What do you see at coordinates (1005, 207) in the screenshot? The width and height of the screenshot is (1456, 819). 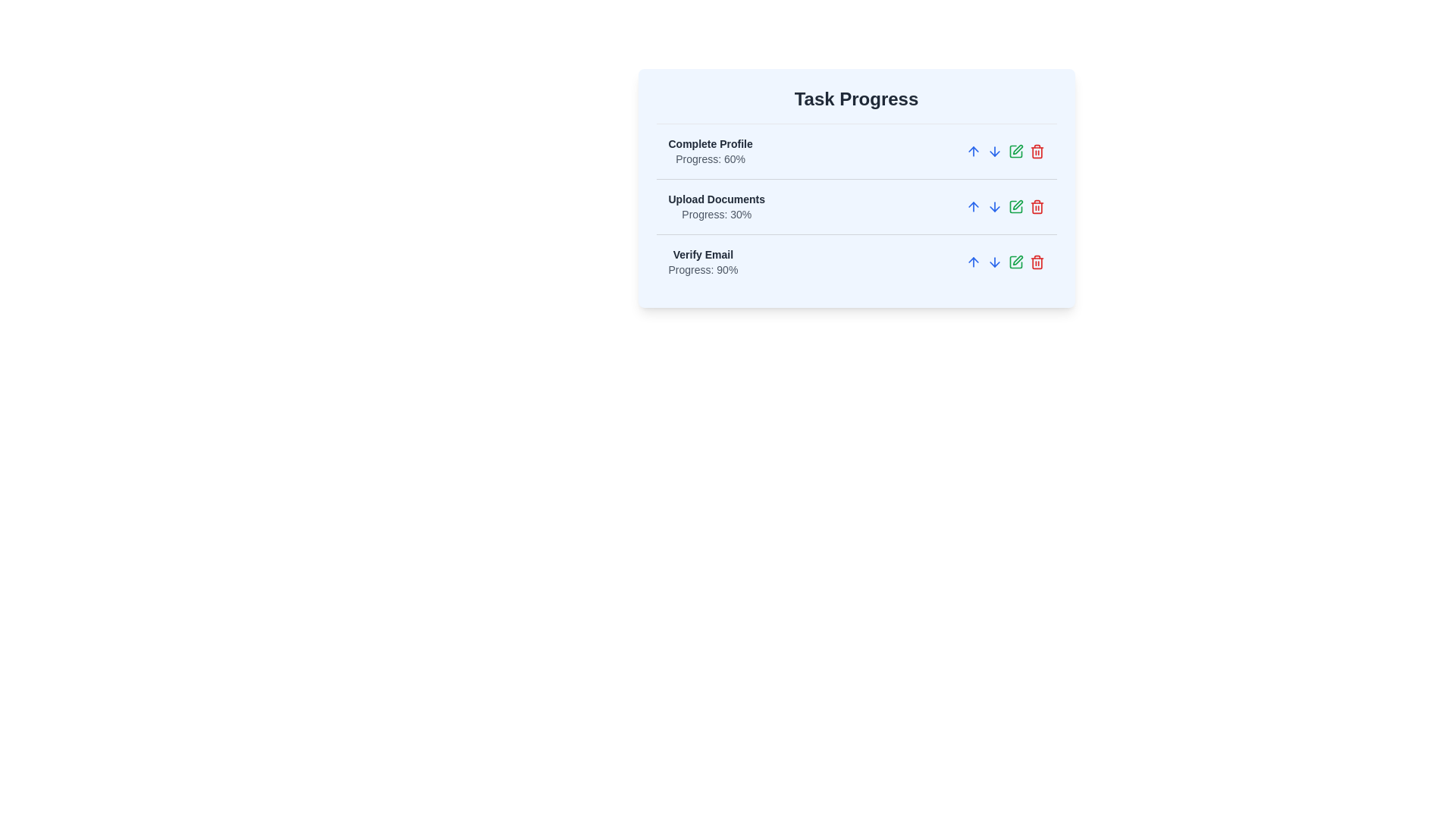 I see `the third interactive icon located to the right of the 'Upload Documents Progress: 30%' text` at bounding box center [1005, 207].